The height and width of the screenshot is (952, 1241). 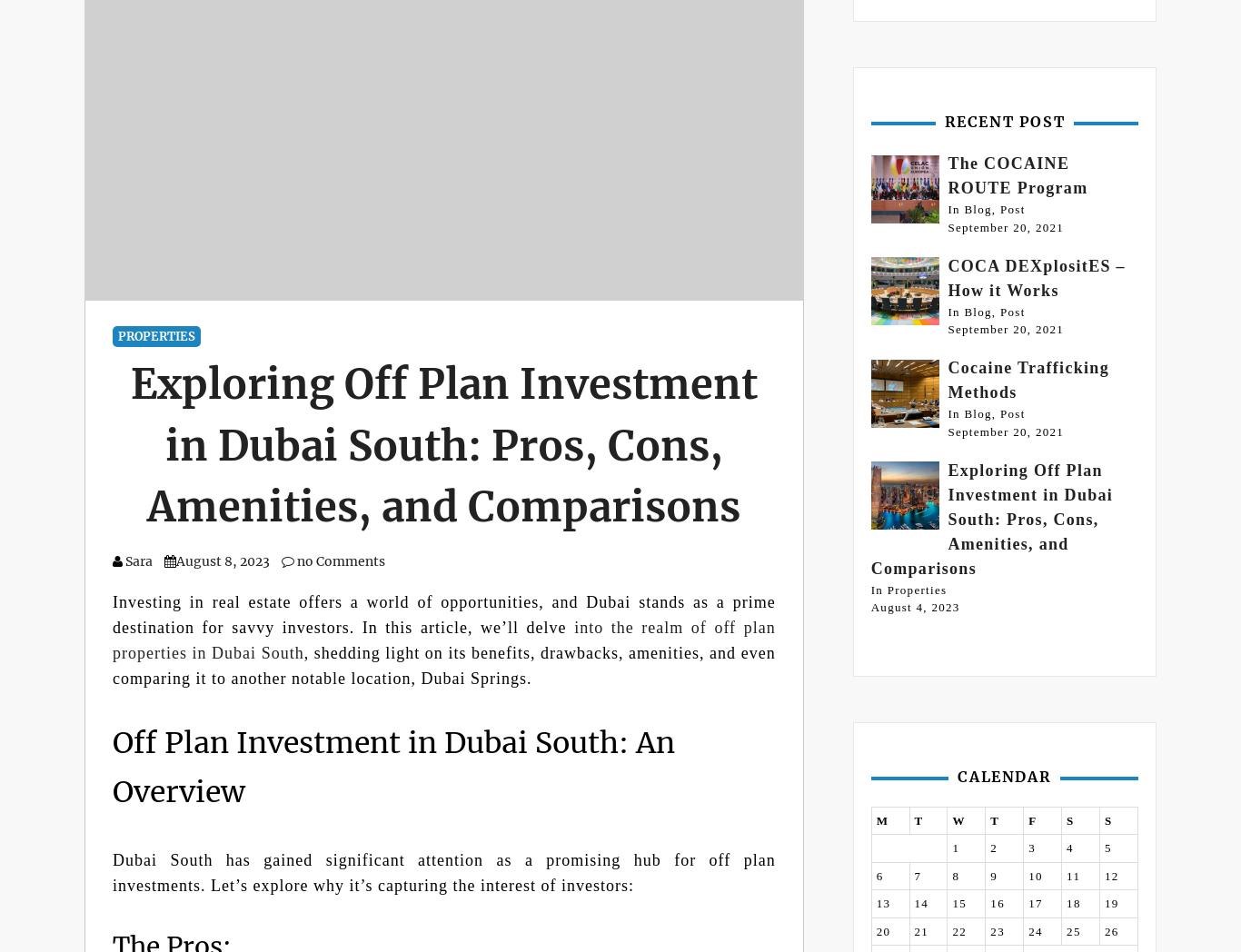 What do you see at coordinates (443, 639) in the screenshot?
I see `'into the realm of off plan properties in Dubai South'` at bounding box center [443, 639].